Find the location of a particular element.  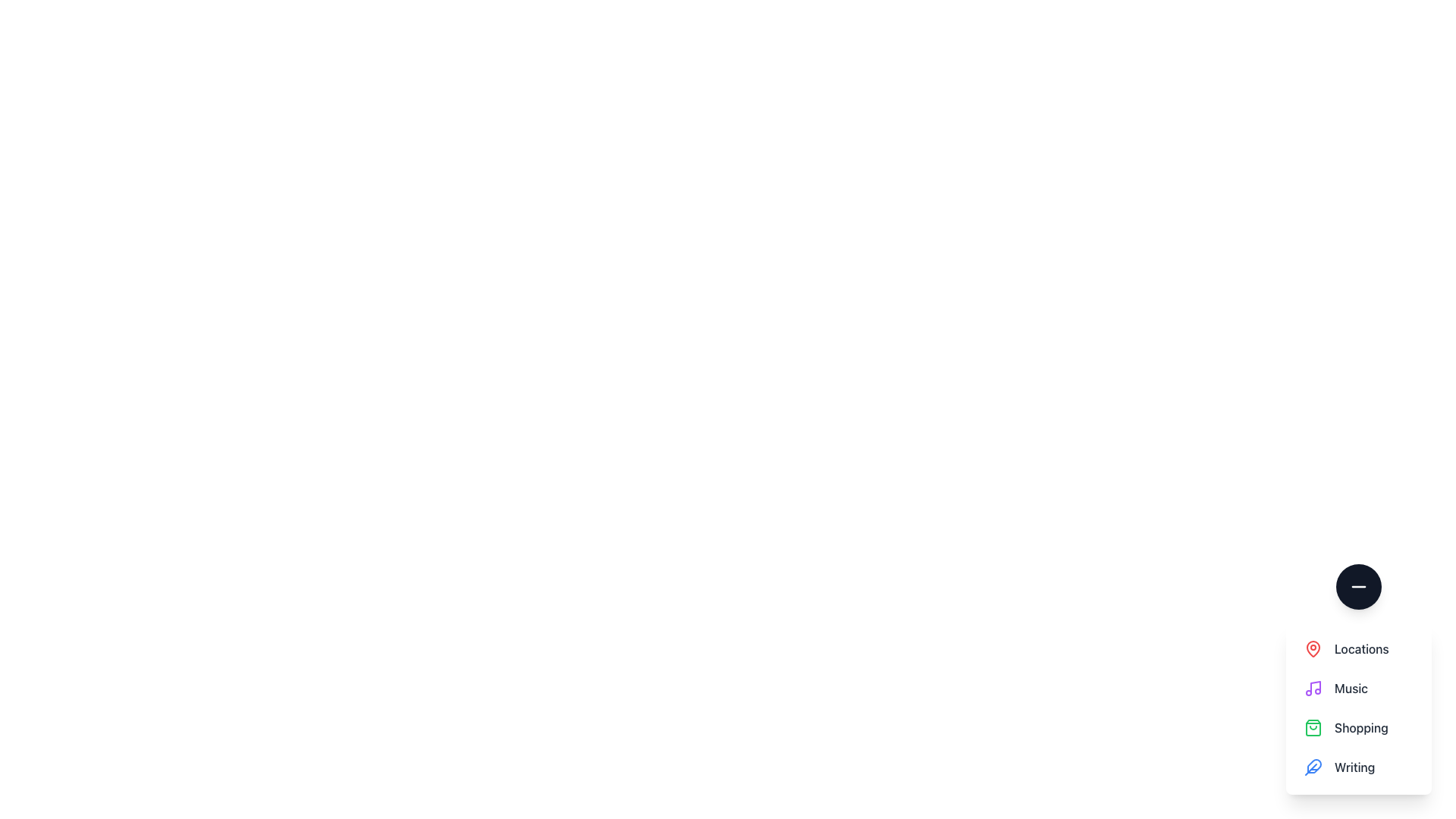

the green shopping bag icon's outline, which is the third item in the vertical menu list, located between the music and writing categories is located at coordinates (1313, 727).